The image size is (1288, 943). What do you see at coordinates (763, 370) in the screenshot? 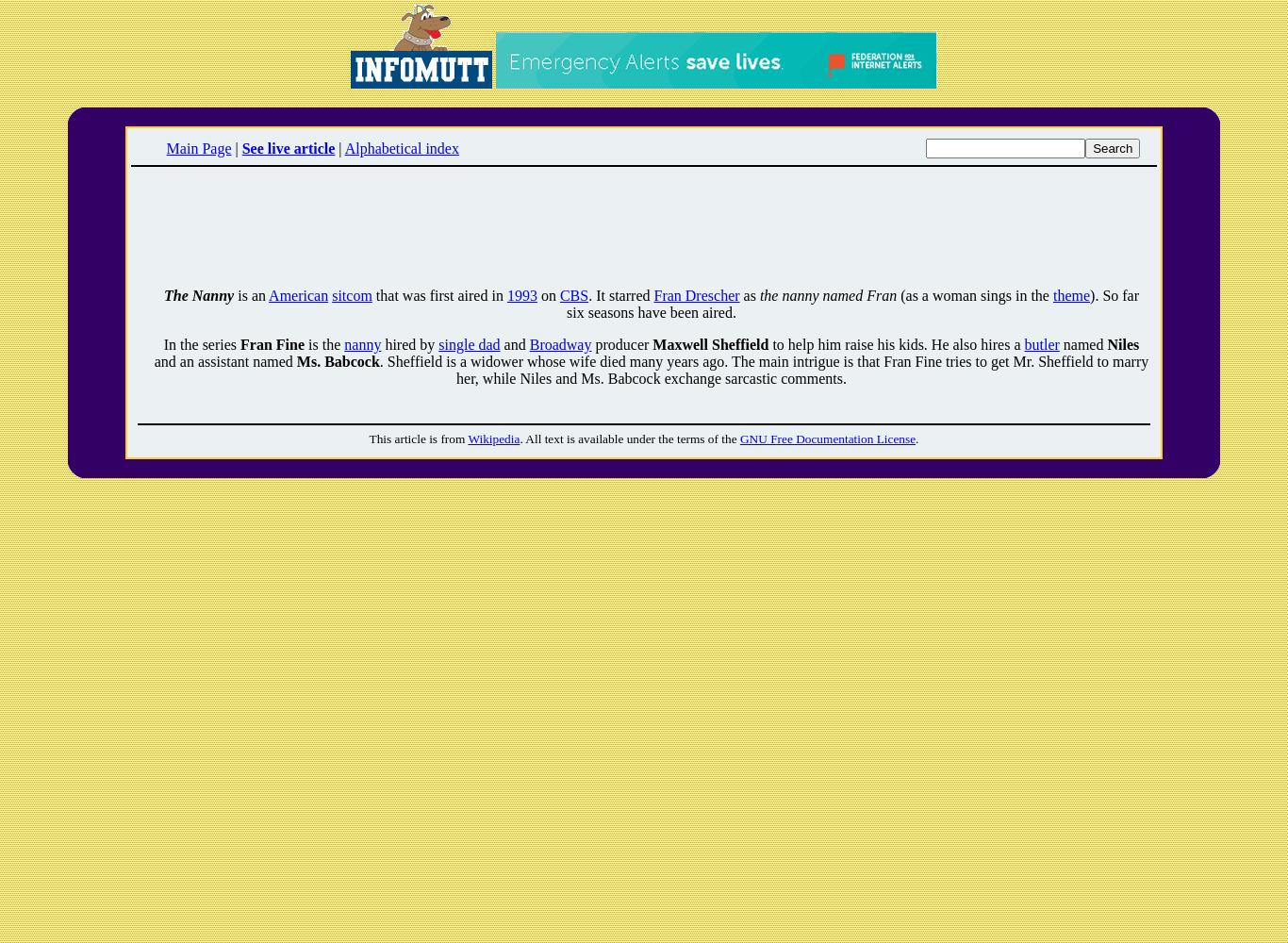
I see `'. Sheffield is a widower whose wife died many years ago. The main intrigue is that Fran Fine tries to get Mr. Sheffield to marry her, while  Niles and Ms. Babcock exchange sarcastic comments.'` at bounding box center [763, 370].